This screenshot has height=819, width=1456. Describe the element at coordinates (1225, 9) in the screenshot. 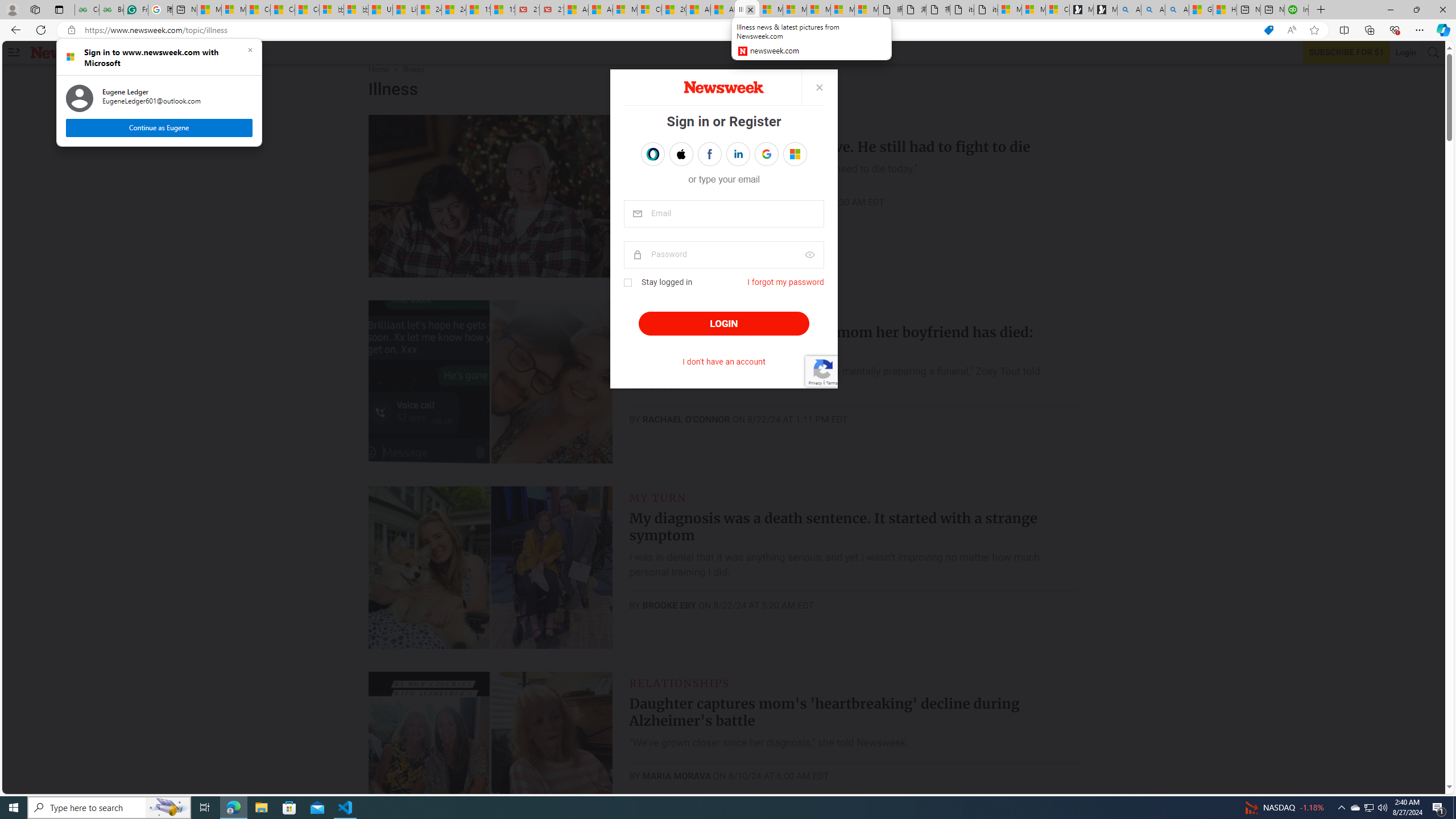

I see `'How to Use a TV as a Computer Monitor'` at that location.